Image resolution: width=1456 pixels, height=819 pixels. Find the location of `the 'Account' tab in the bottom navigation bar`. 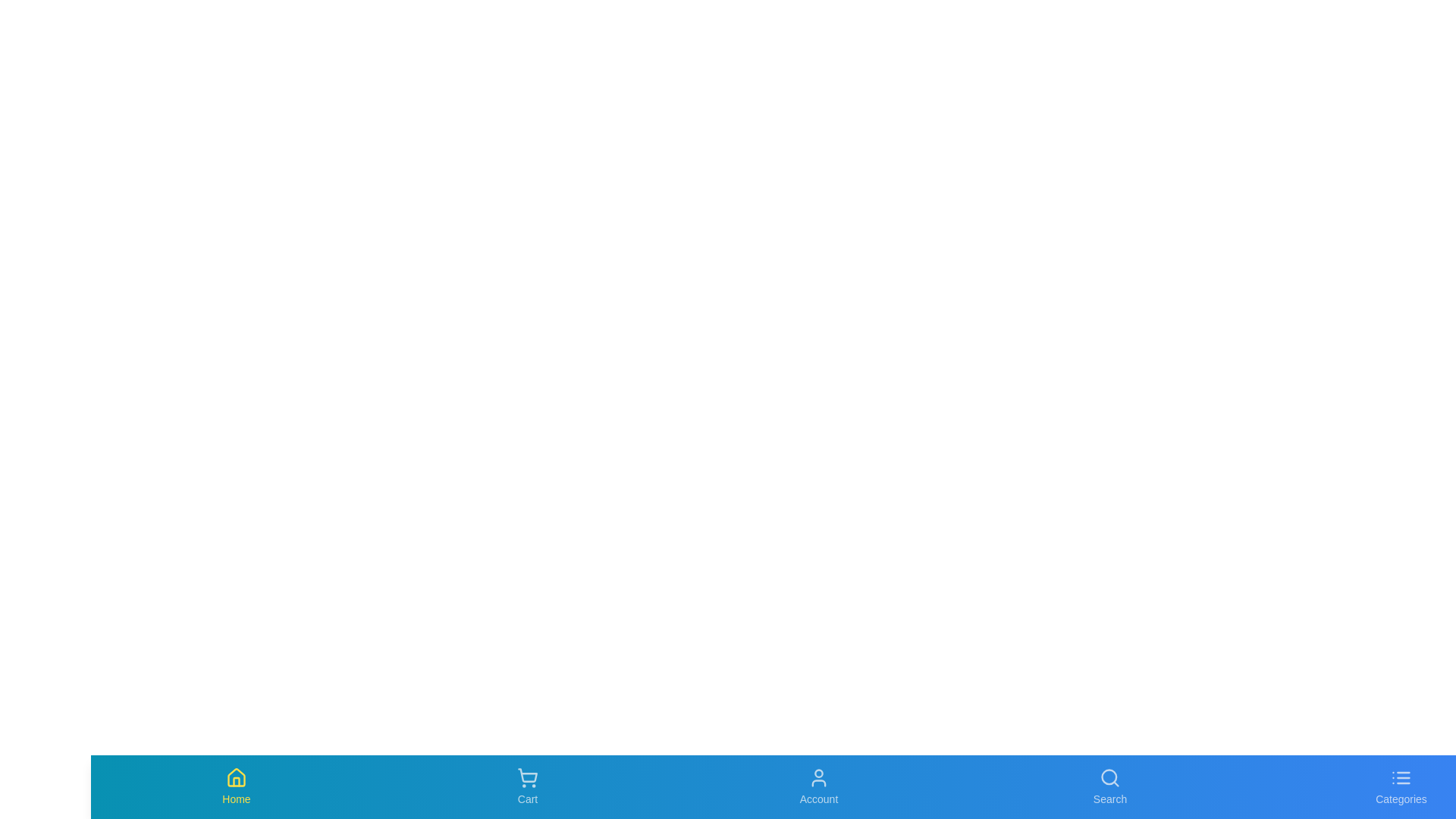

the 'Account' tab in the bottom navigation bar is located at coordinates (818, 786).